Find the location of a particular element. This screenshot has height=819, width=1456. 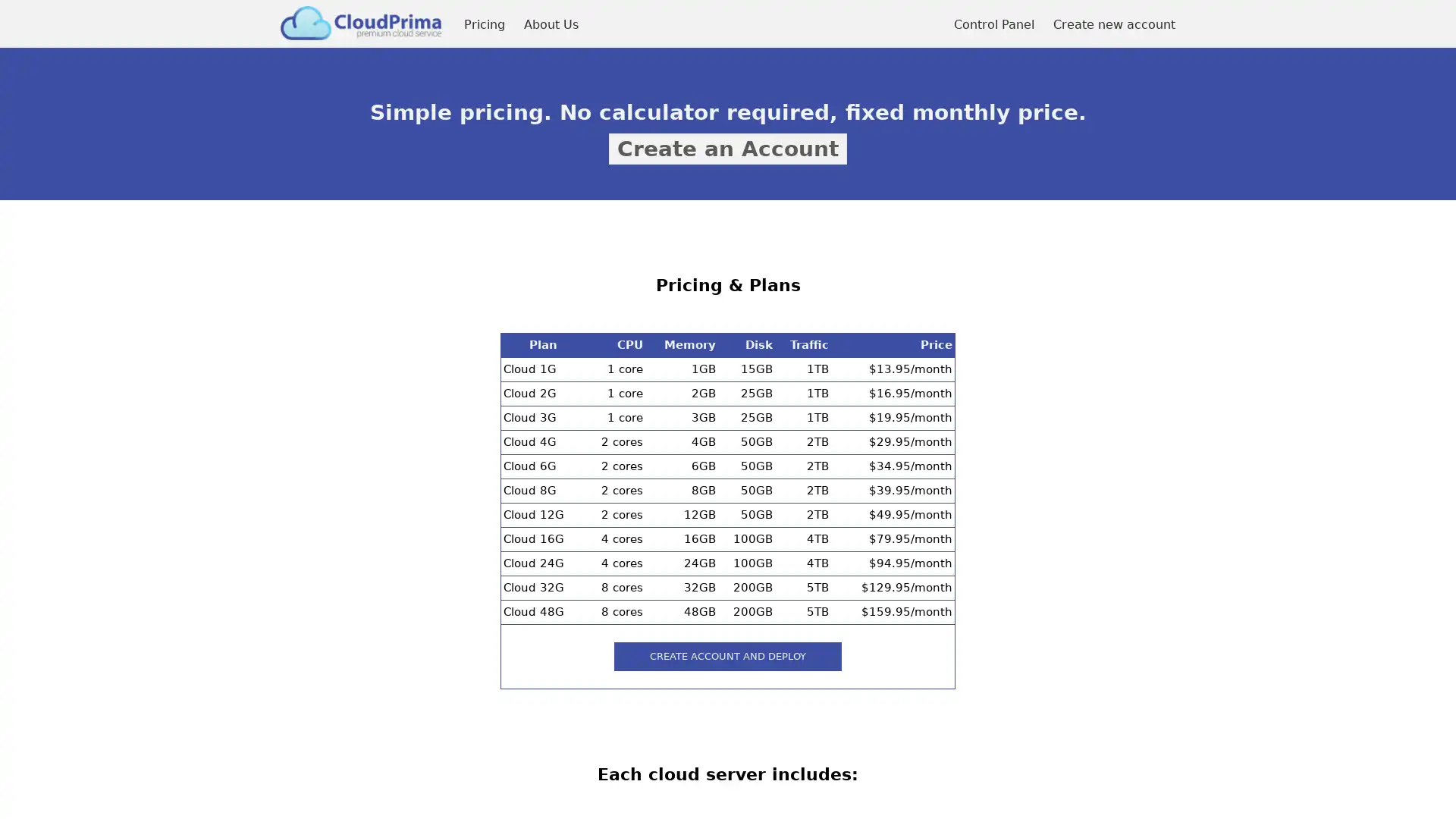

create account and deploy is located at coordinates (728, 656).